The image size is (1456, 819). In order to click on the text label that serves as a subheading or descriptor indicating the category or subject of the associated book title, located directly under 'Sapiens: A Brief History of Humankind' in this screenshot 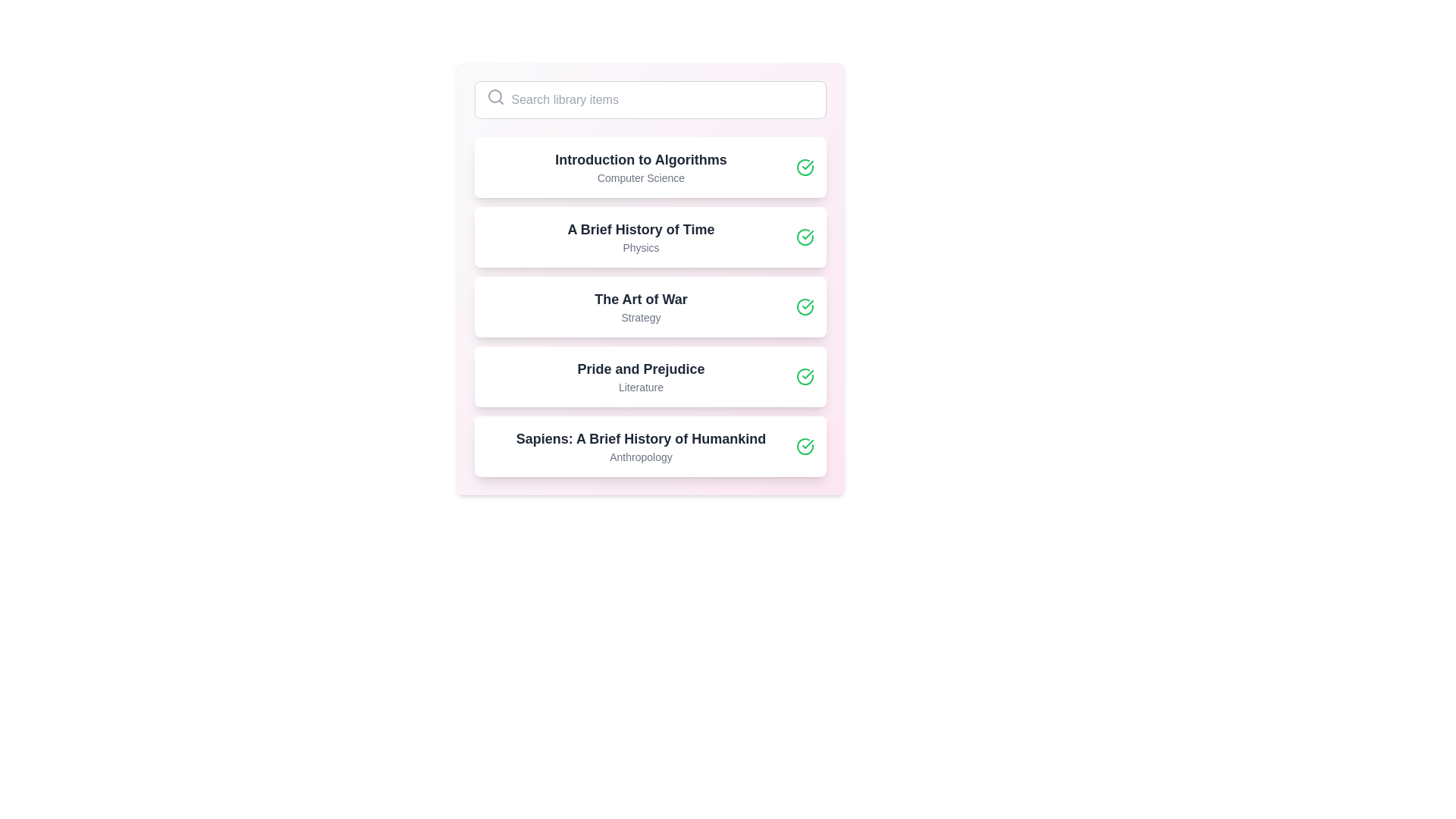, I will do `click(641, 456)`.